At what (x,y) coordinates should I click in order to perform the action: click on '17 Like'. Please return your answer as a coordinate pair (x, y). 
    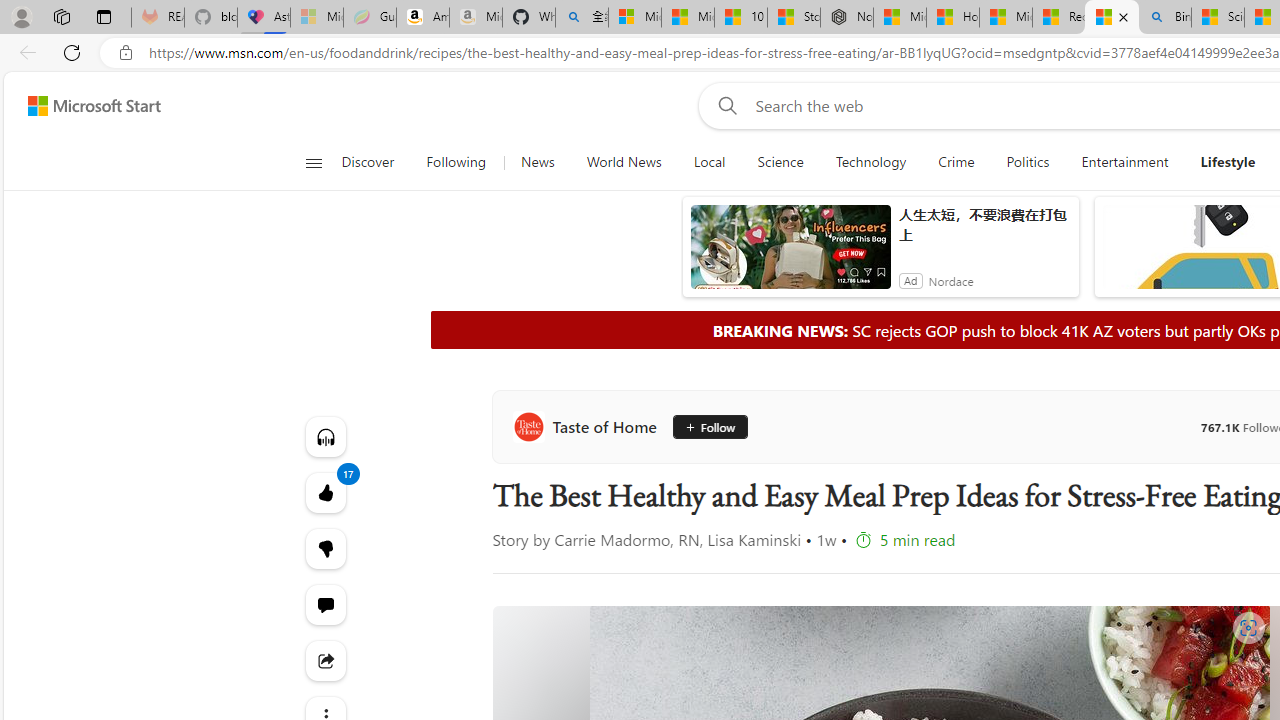
    Looking at the image, I should click on (325, 492).